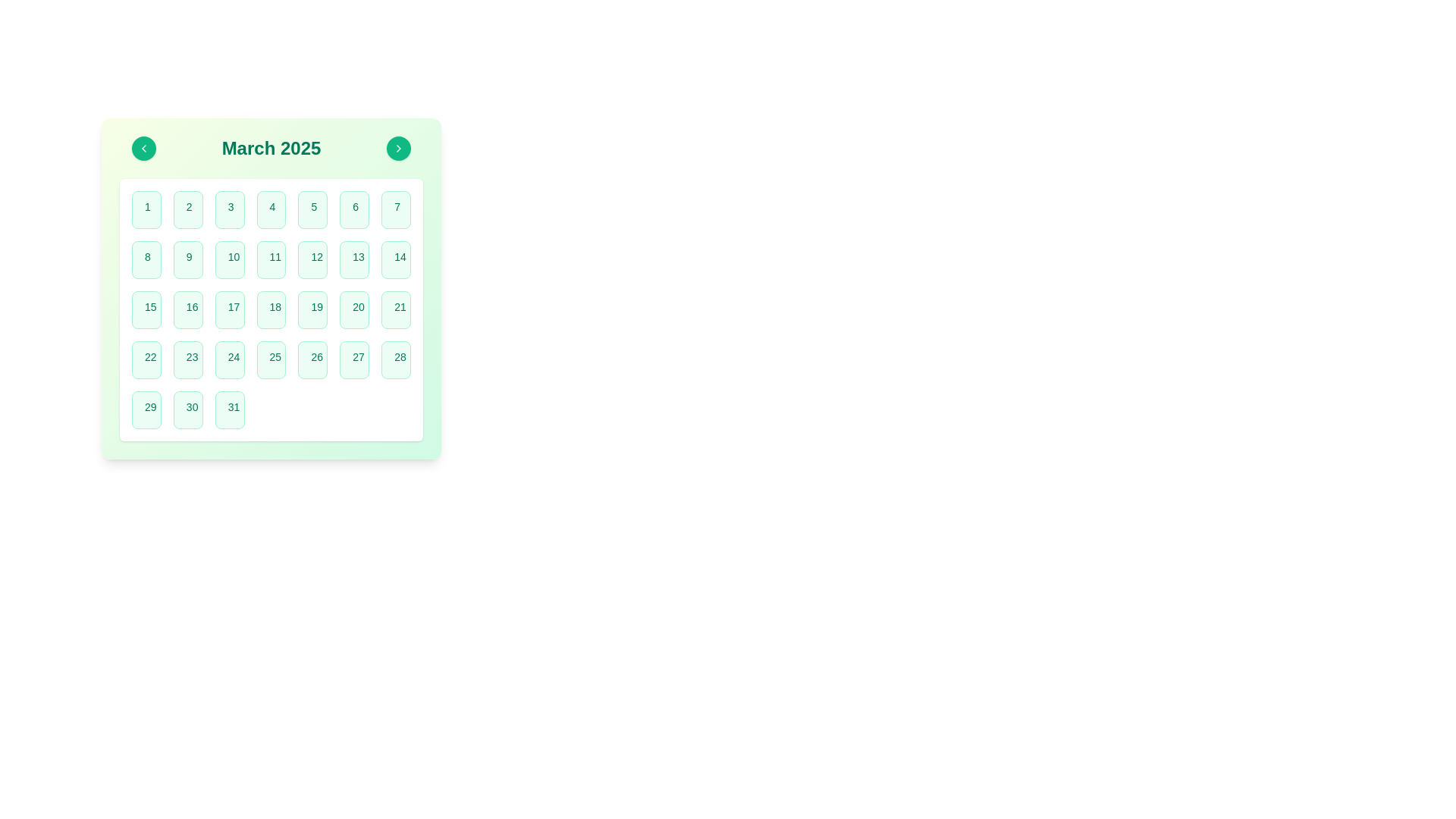 The width and height of the screenshot is (1456, 819). I want to click on the Text label indicating day 9 in the calendar grid, positioned in the ninth cell, so click(188, 256).